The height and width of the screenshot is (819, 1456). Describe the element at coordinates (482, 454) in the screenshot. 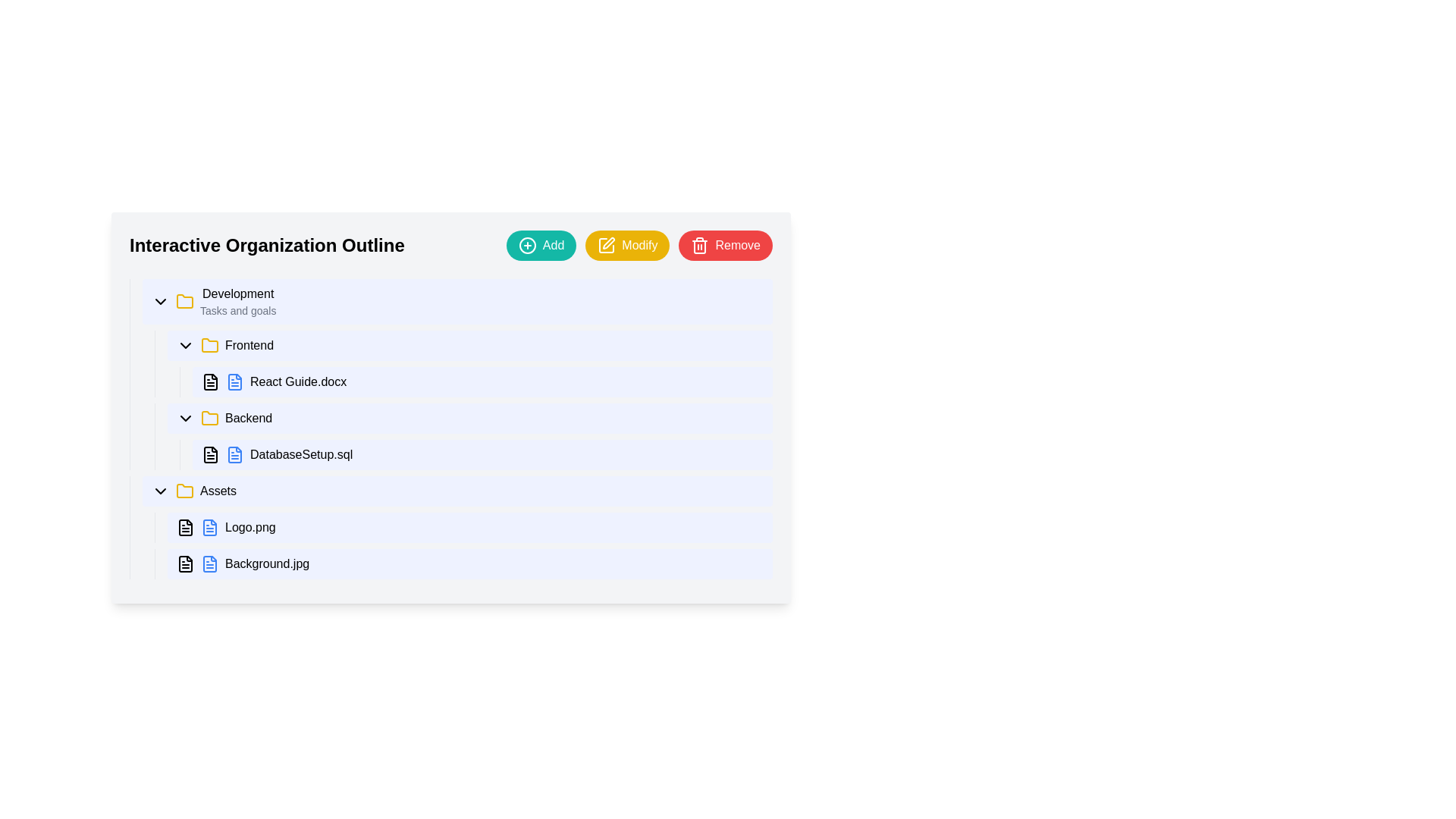

I see `the list item representing the file 'DatabaseSetup.sql'` at that location.